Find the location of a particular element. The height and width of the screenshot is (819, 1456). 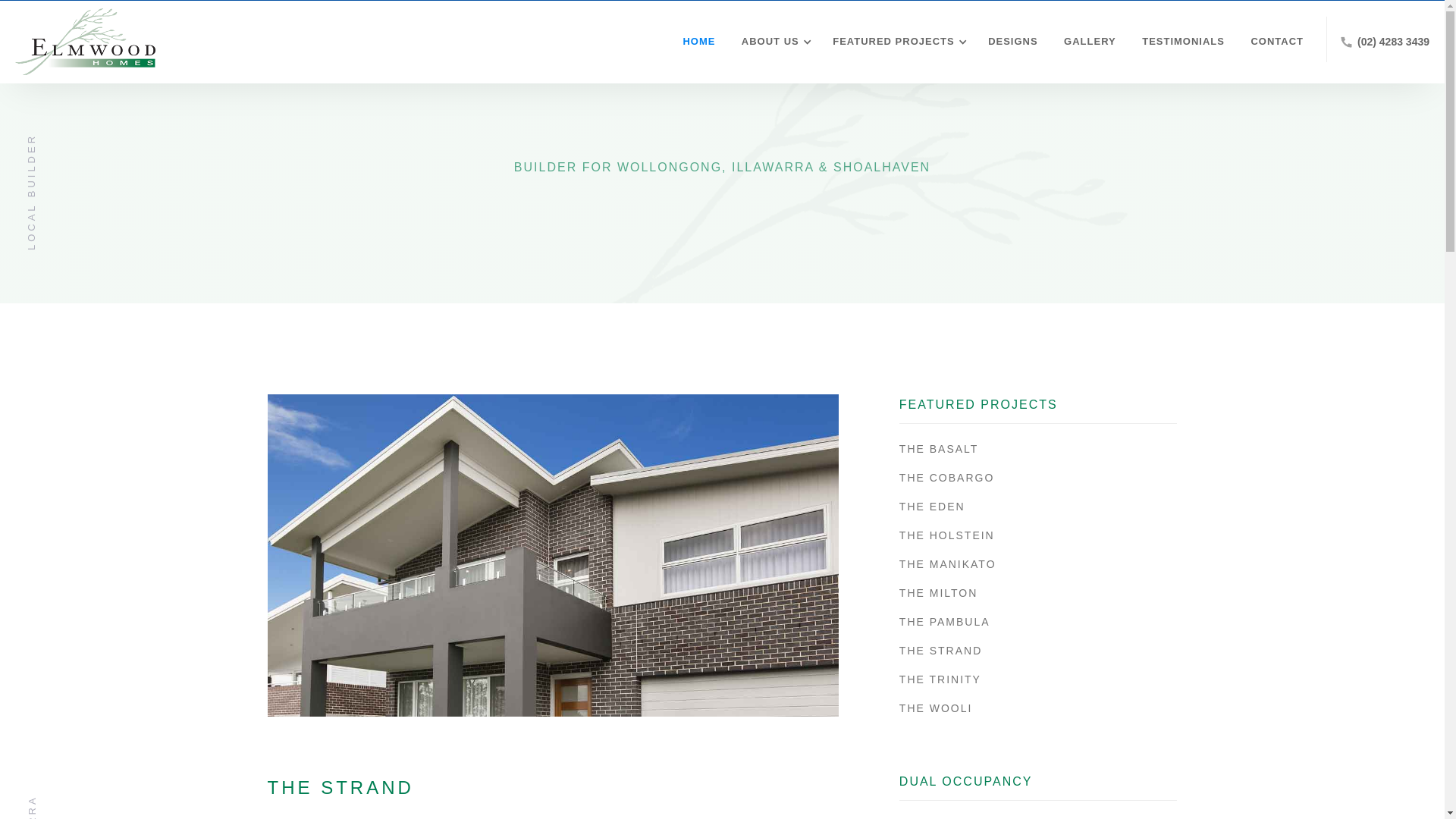

'THE WOOLI' is located at coordinates (1037, 708).